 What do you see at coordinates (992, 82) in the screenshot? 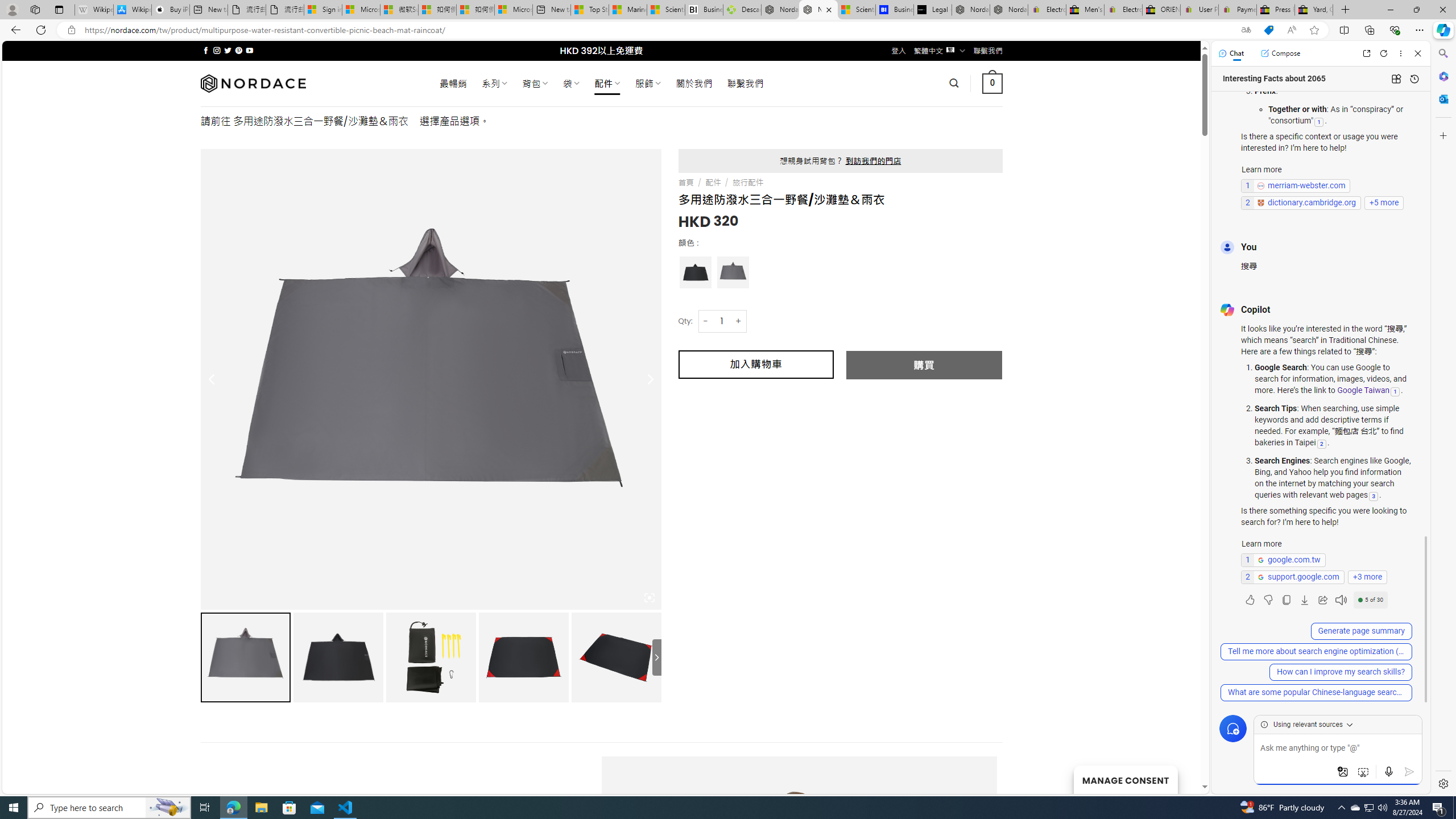
I see `' 0 '` at bounding box center [992, 82].